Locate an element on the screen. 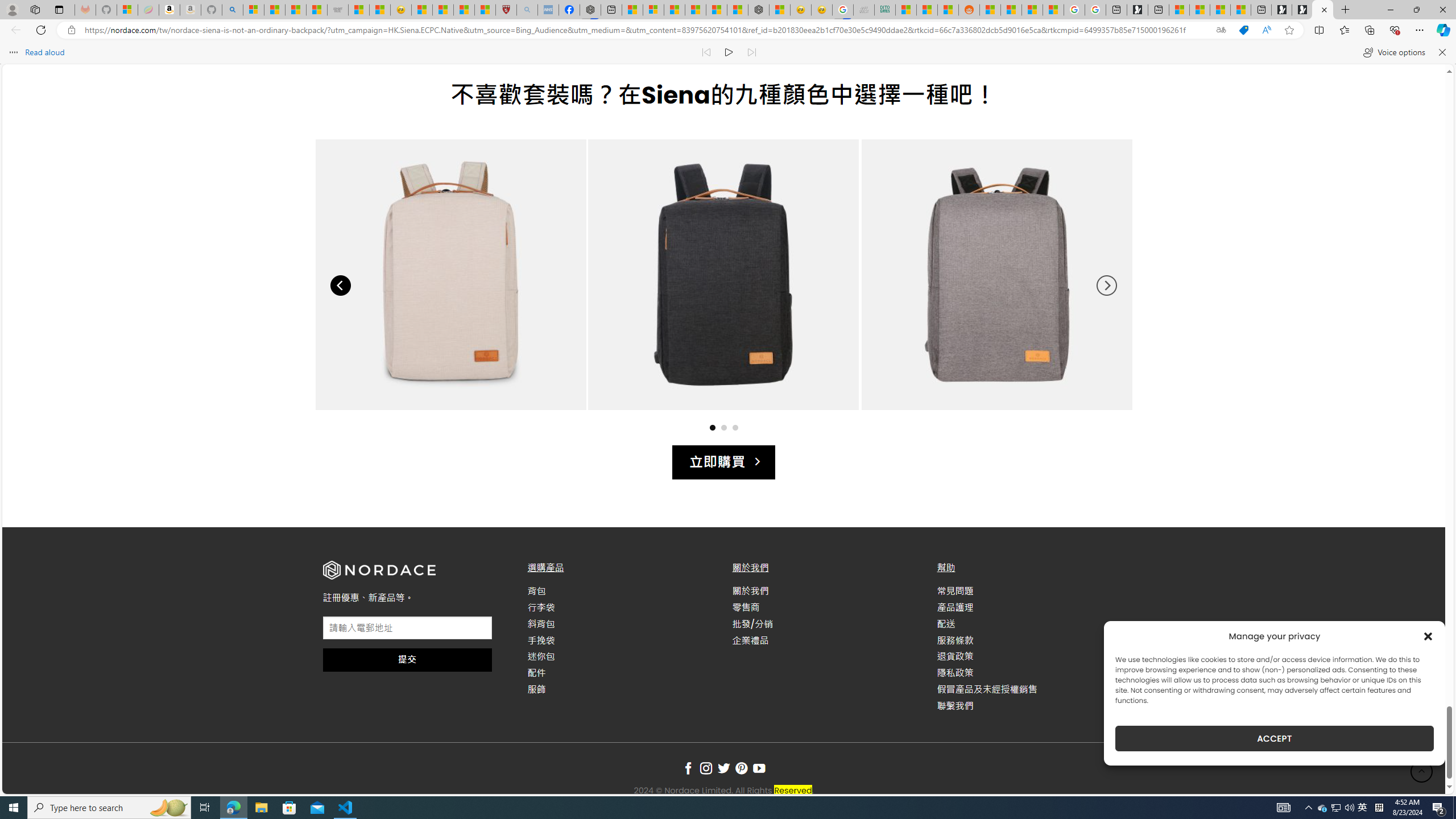 This screenshot has height=819, width=1456. 'Read previous paragraph' is located at coordinates (705, 52).